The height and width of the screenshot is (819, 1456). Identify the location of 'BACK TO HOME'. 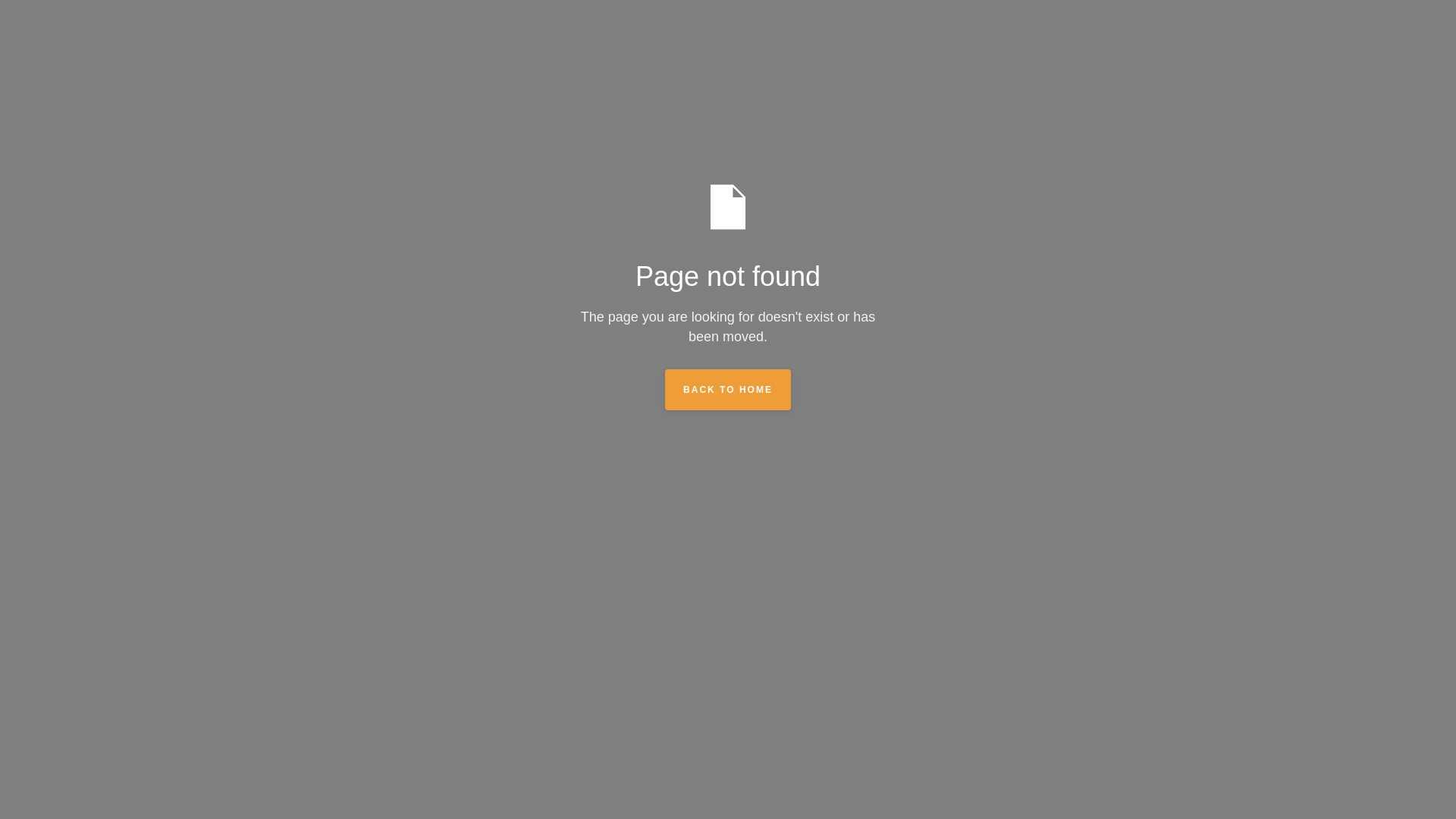
(728, 388).